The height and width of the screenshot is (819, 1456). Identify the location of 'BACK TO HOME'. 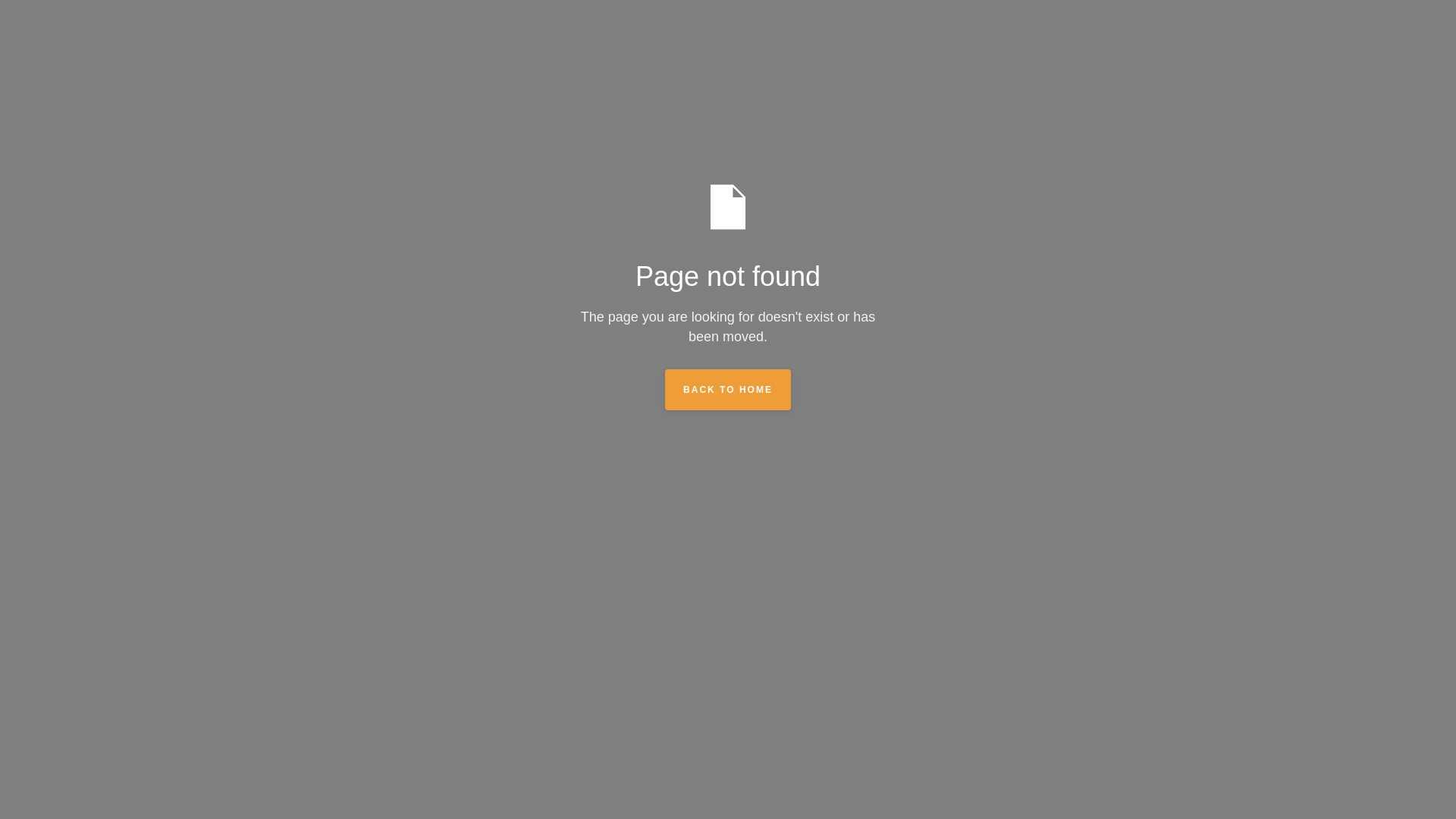
(728, 388).